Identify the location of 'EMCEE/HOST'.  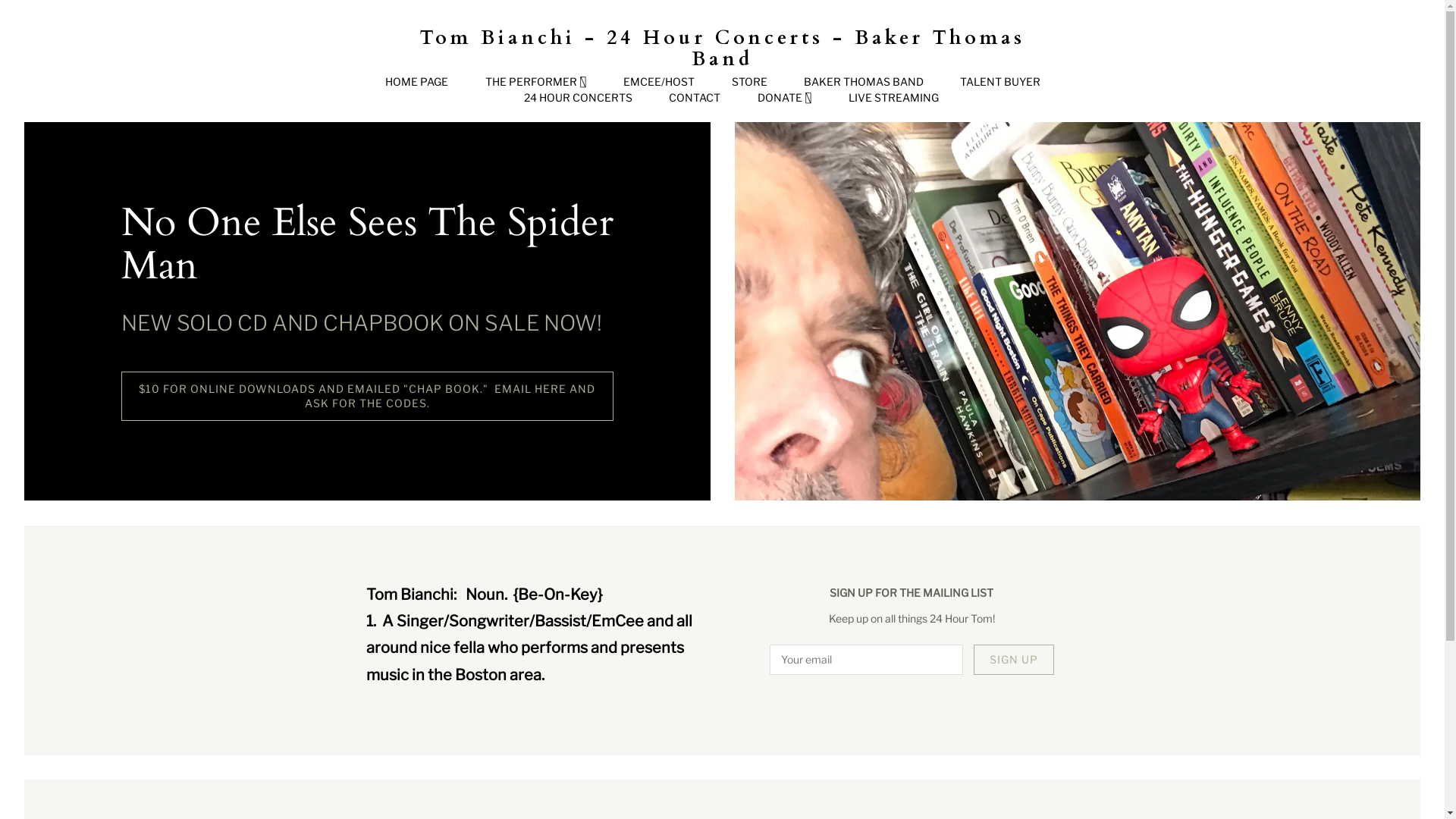
(658, 82).